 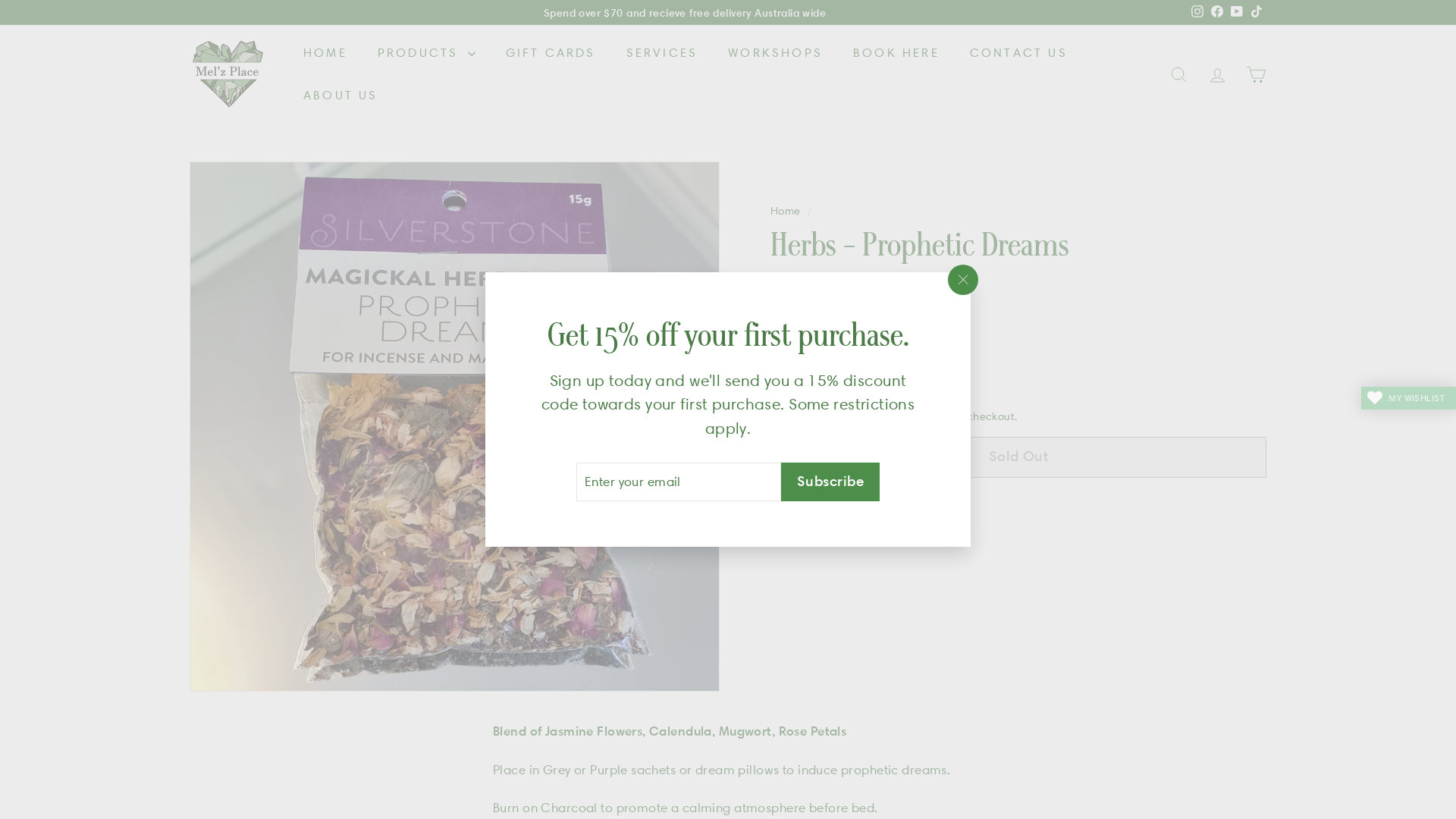 What do you see at coordinates (775, 52) in the screenshot?
I see `'WORKSHOPS'` at bounding box center [775, 52].